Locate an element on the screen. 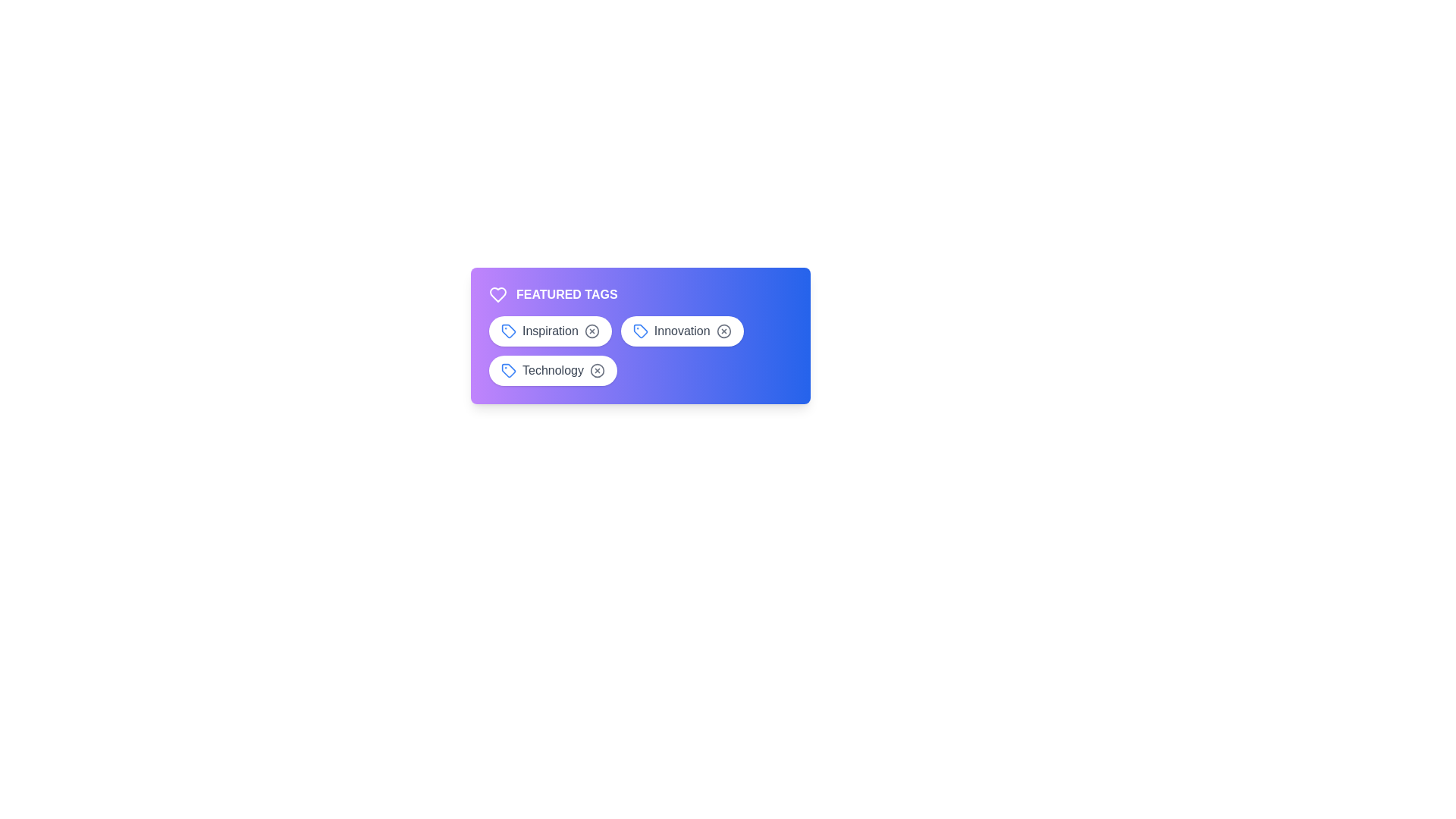 This screenshot has height=819, width=1456. the decorative tag icon located inside the first tag labeled 'Inspiration' within the 'Featured Tags' section, positioned to the left of the text label is located at coordinates (509, 330).